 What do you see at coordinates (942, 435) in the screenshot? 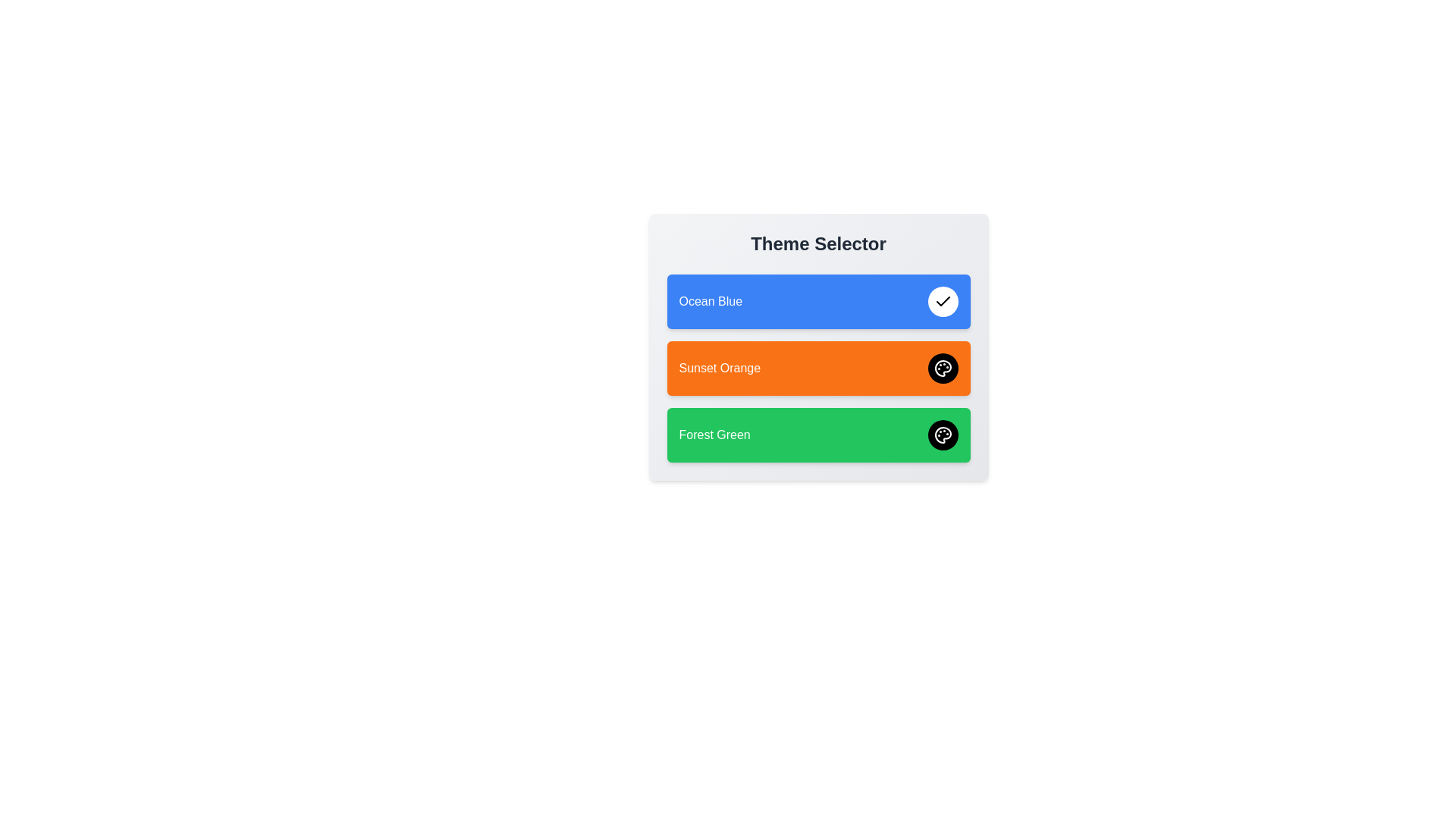
I see `the theme Forest Green by clicking its corresponding button` at bounding box center [942, 435].